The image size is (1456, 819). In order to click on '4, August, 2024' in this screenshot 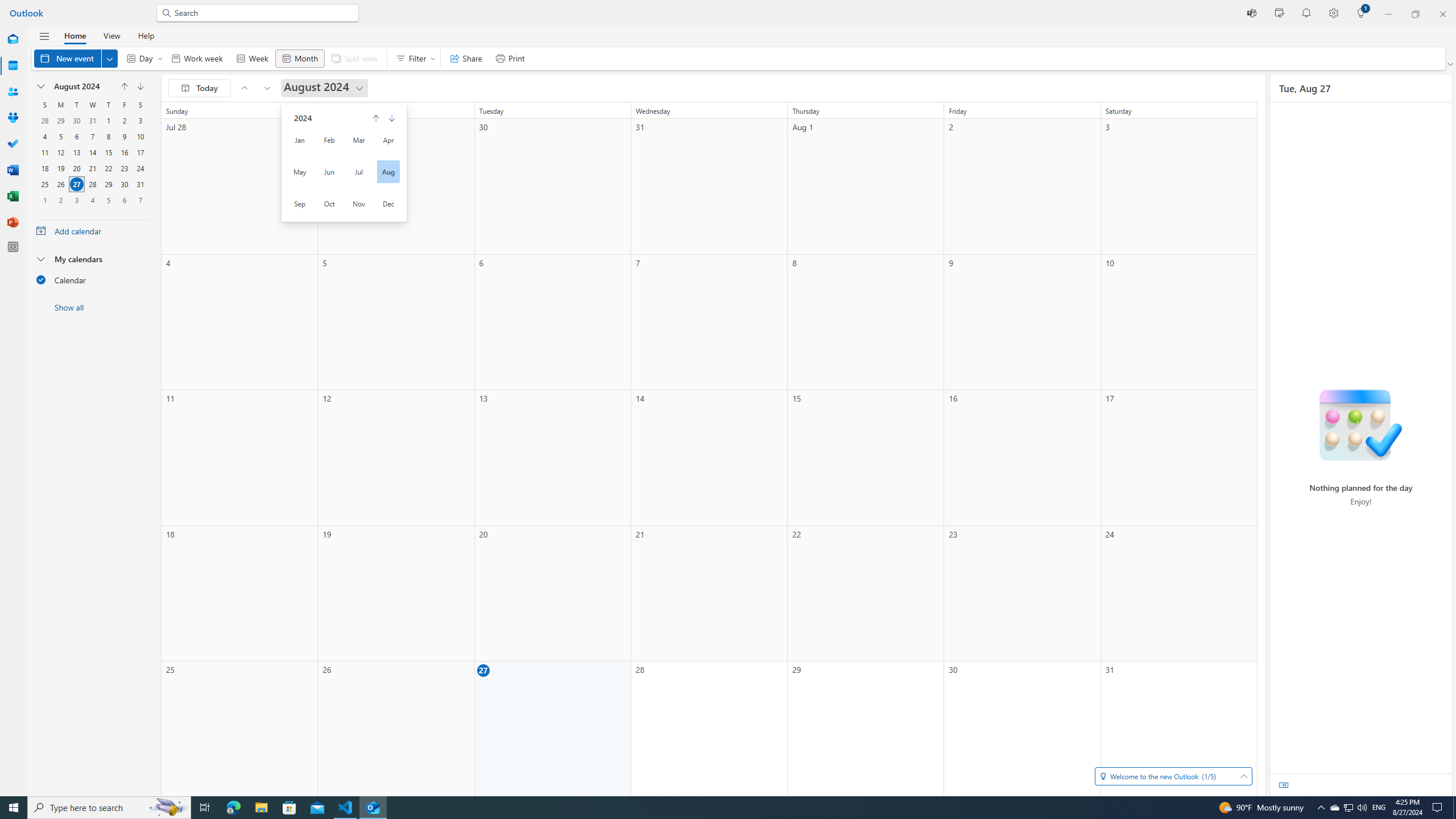, I will do `click(44, 135)`.